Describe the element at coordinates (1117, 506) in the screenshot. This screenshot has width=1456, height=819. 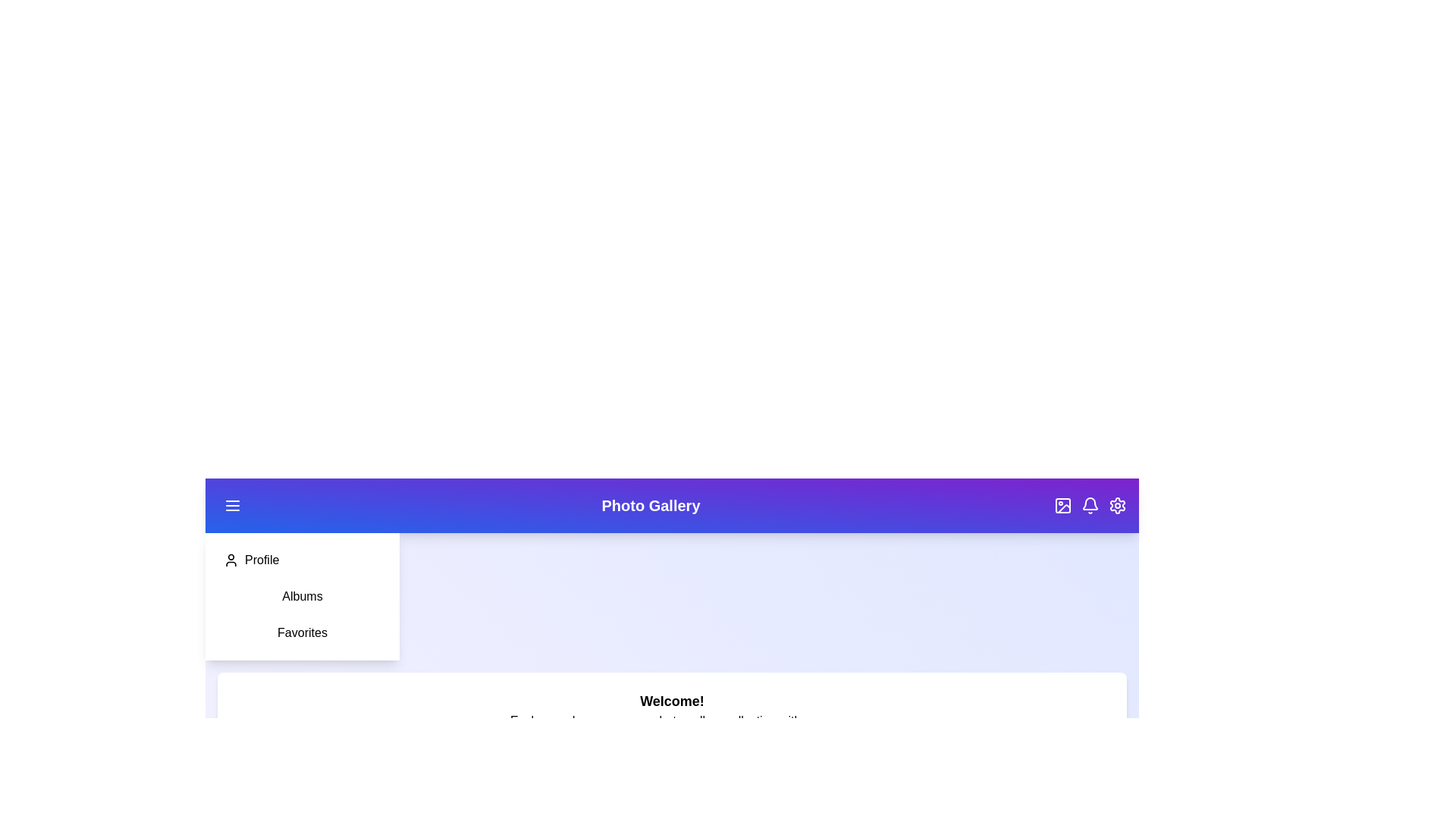
I see `the 'Settings' button in the header` at that location.